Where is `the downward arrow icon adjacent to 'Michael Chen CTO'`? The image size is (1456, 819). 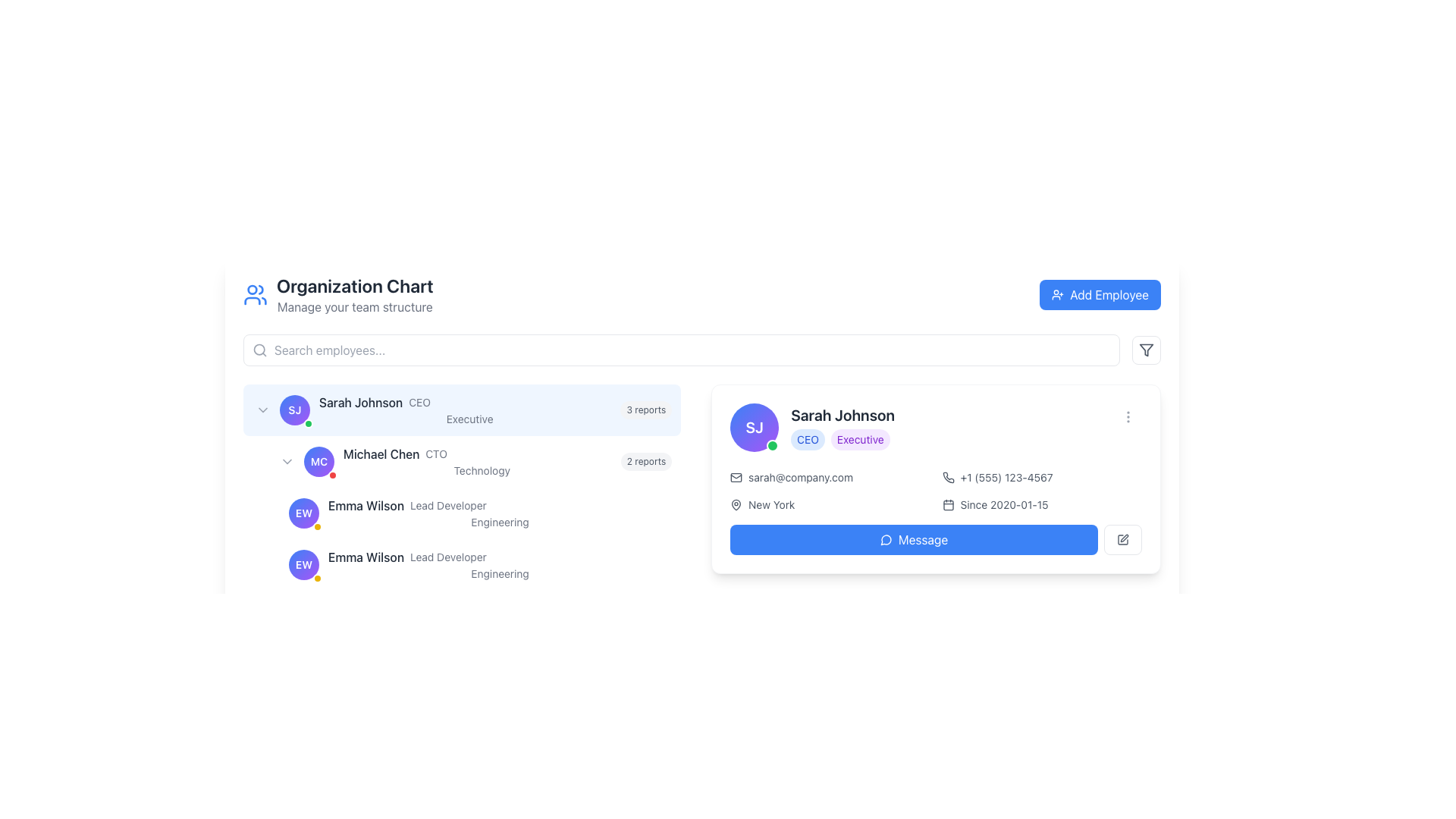
the downward arrow icon adjacent to 'Michael Chen CTO' is located at coordinates (287, 461).